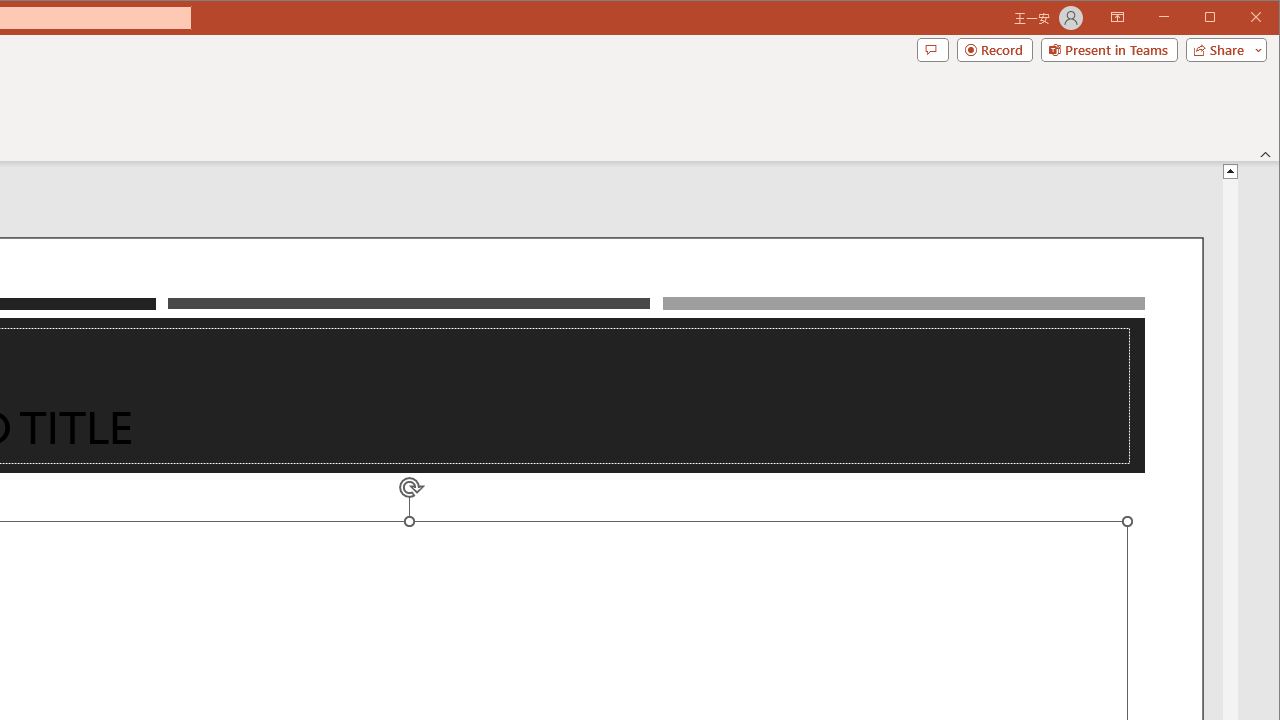 This screenshot has height=720, width=1280. What do you see at coordinates (1108, 49) in the screenshot?
I see `'Present in Teams'` at bounding box center [1108, 49].